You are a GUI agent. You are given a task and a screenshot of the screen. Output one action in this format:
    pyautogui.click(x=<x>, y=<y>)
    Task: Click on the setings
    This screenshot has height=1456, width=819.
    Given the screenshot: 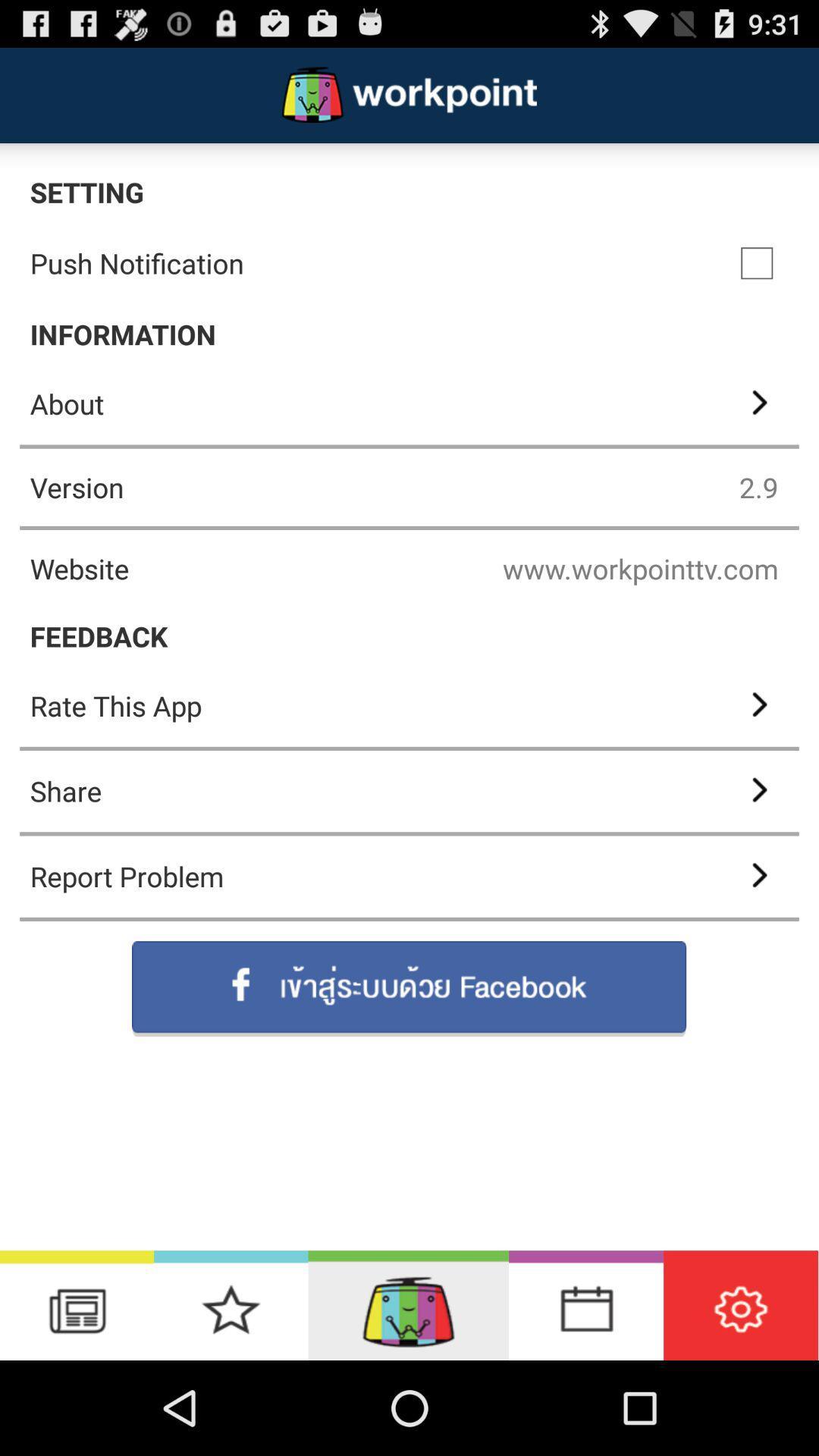 What is the action you would take?
    pyautogui.click(x=740, y=1304)
    